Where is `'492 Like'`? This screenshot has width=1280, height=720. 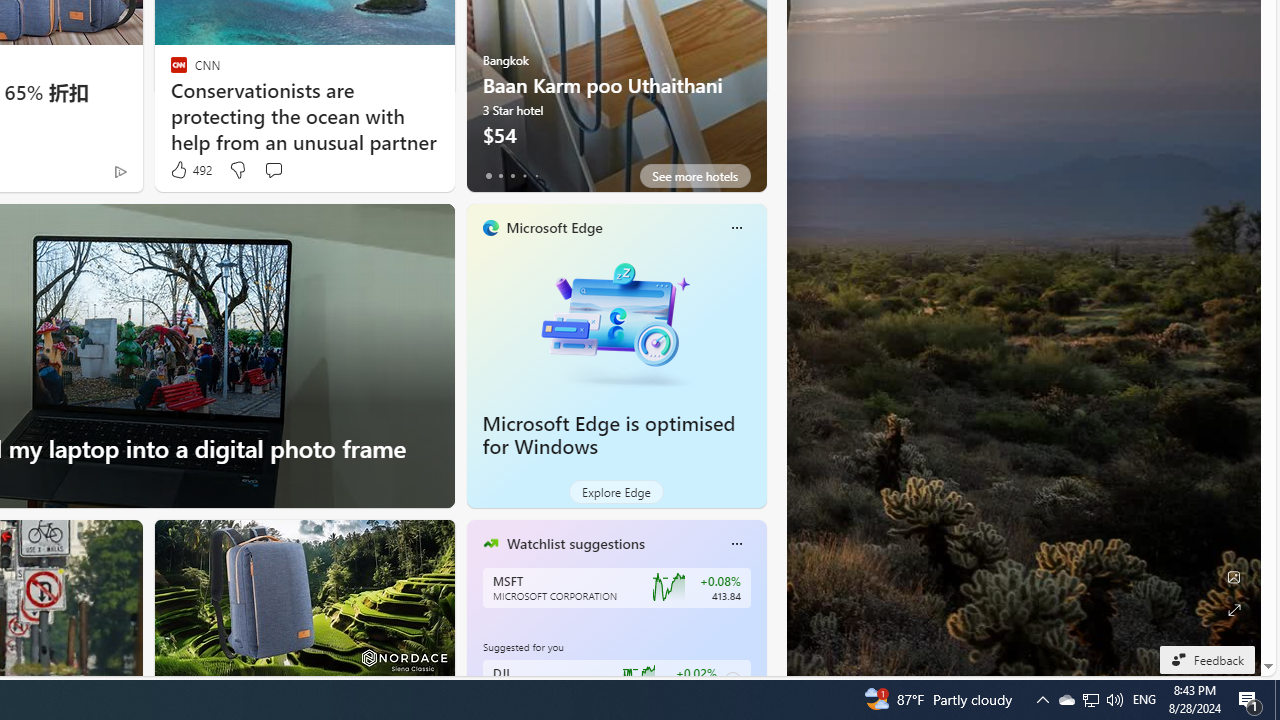 '492 Like' is located at coordinates (190, 169).